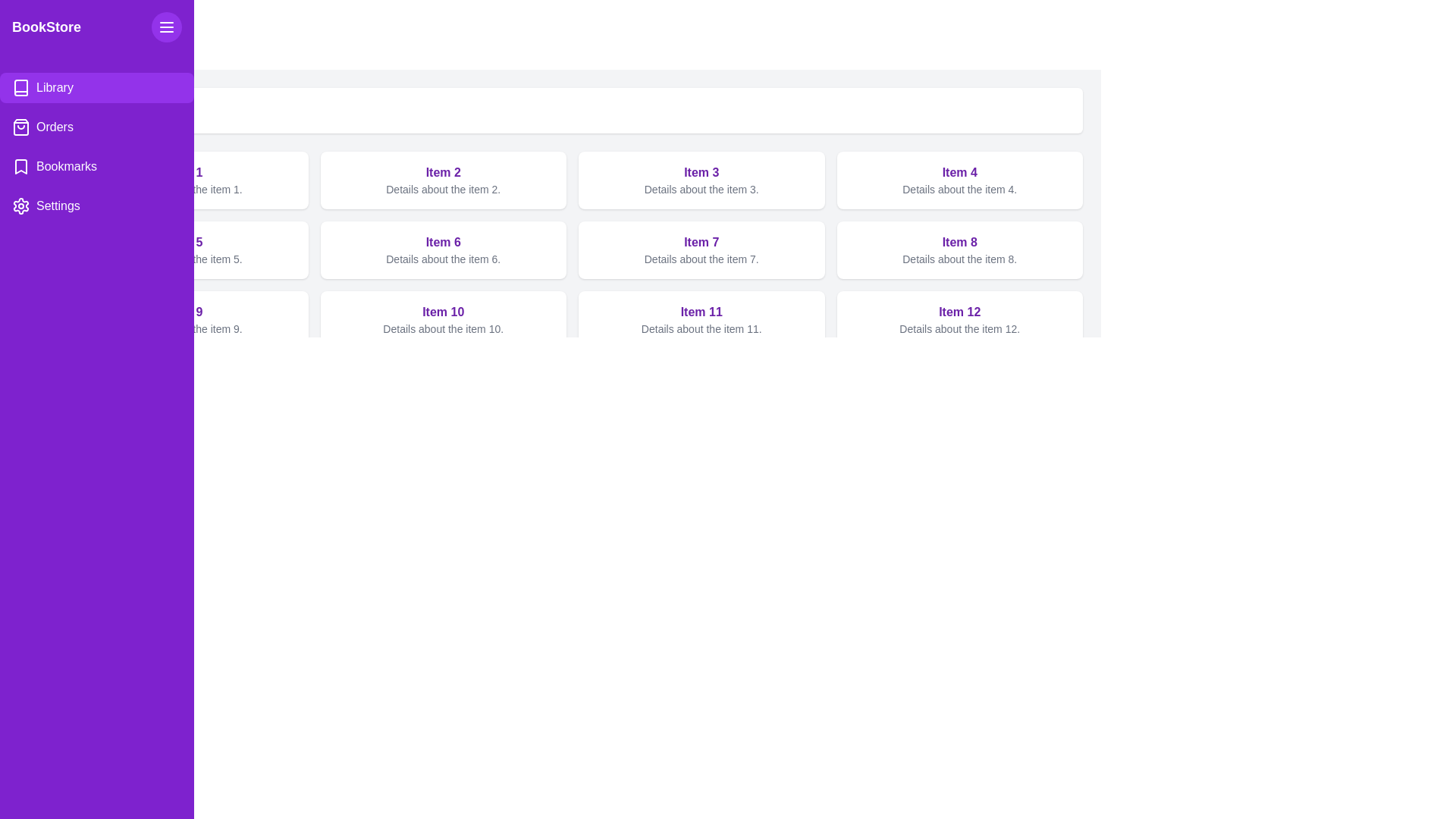 Image resolution: width=1456 pixels, height=819 pixels. Describe the element at coordinates (167, 27) in the screenshot. I see `the menu icon represented by three horizontal lines, which is styled in white and located within a circular purple background at the top-left corner of the application interface` at that location.